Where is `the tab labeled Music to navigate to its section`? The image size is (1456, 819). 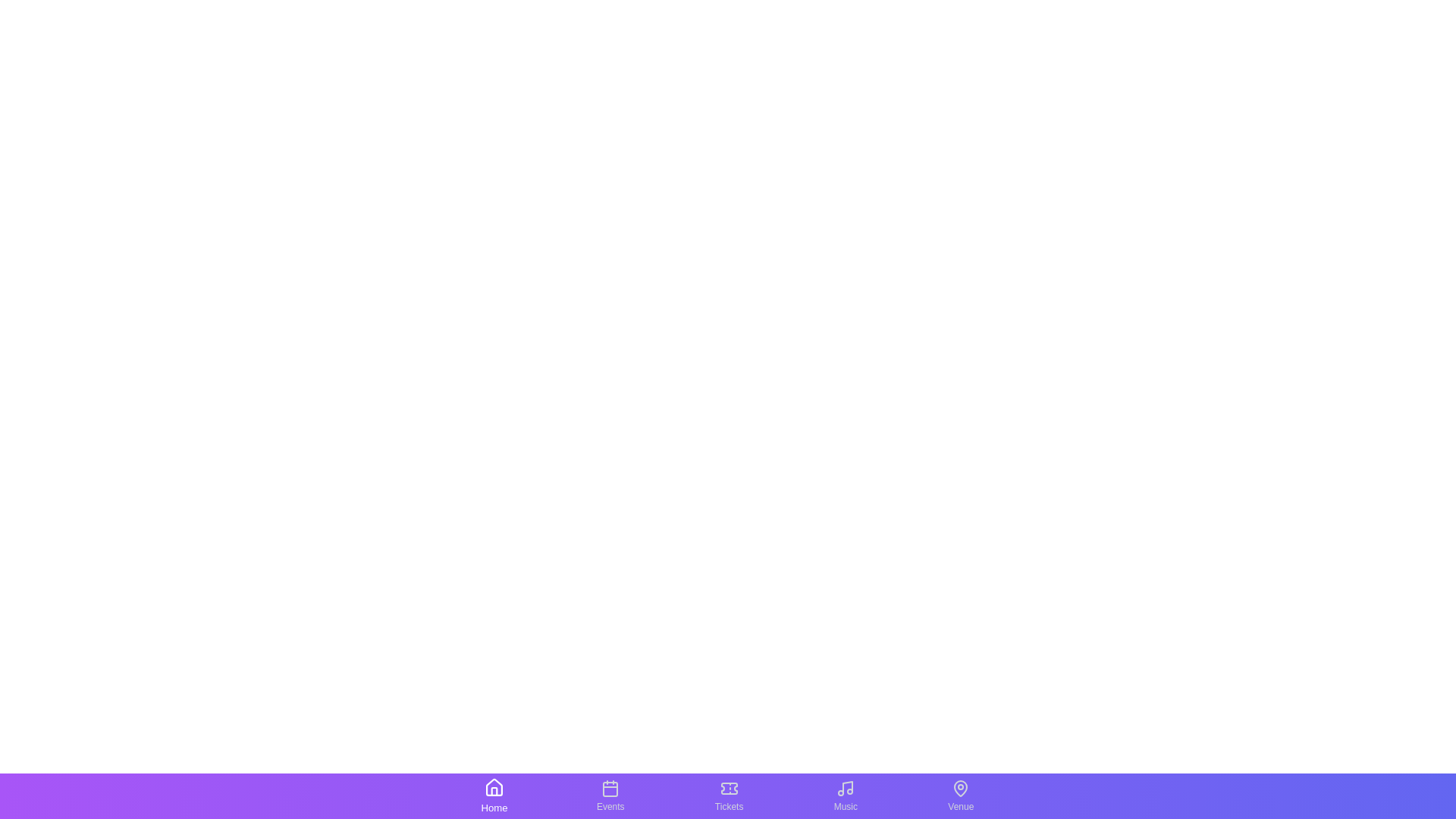
the tab labeled Music to navigate to its section is located at coordinates (845, 795).